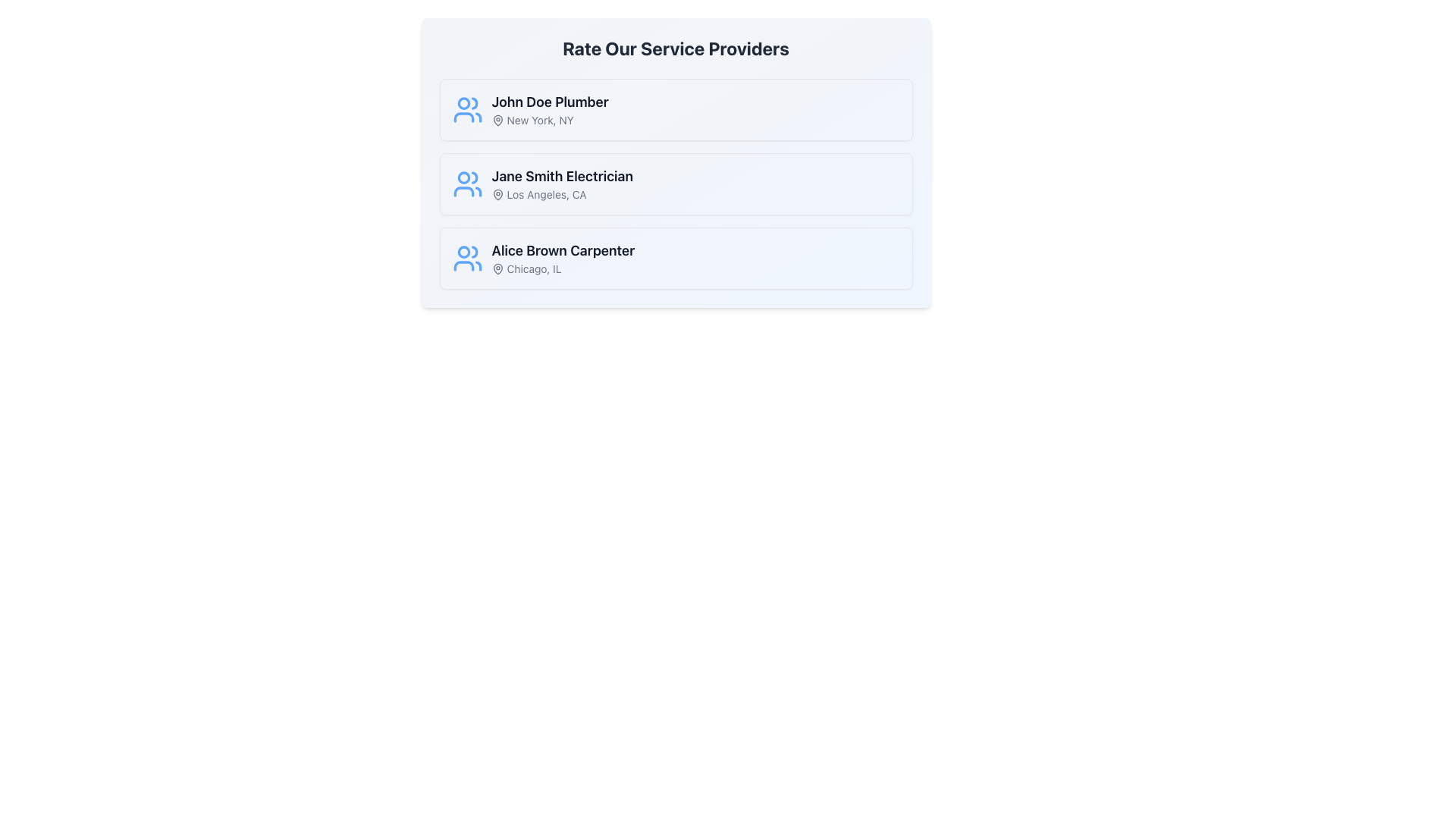  I want to click on the 'Los Angeles, CA' label displaying a small-sized, gray font with a gray map pin icon to the left, so click(561, 194).